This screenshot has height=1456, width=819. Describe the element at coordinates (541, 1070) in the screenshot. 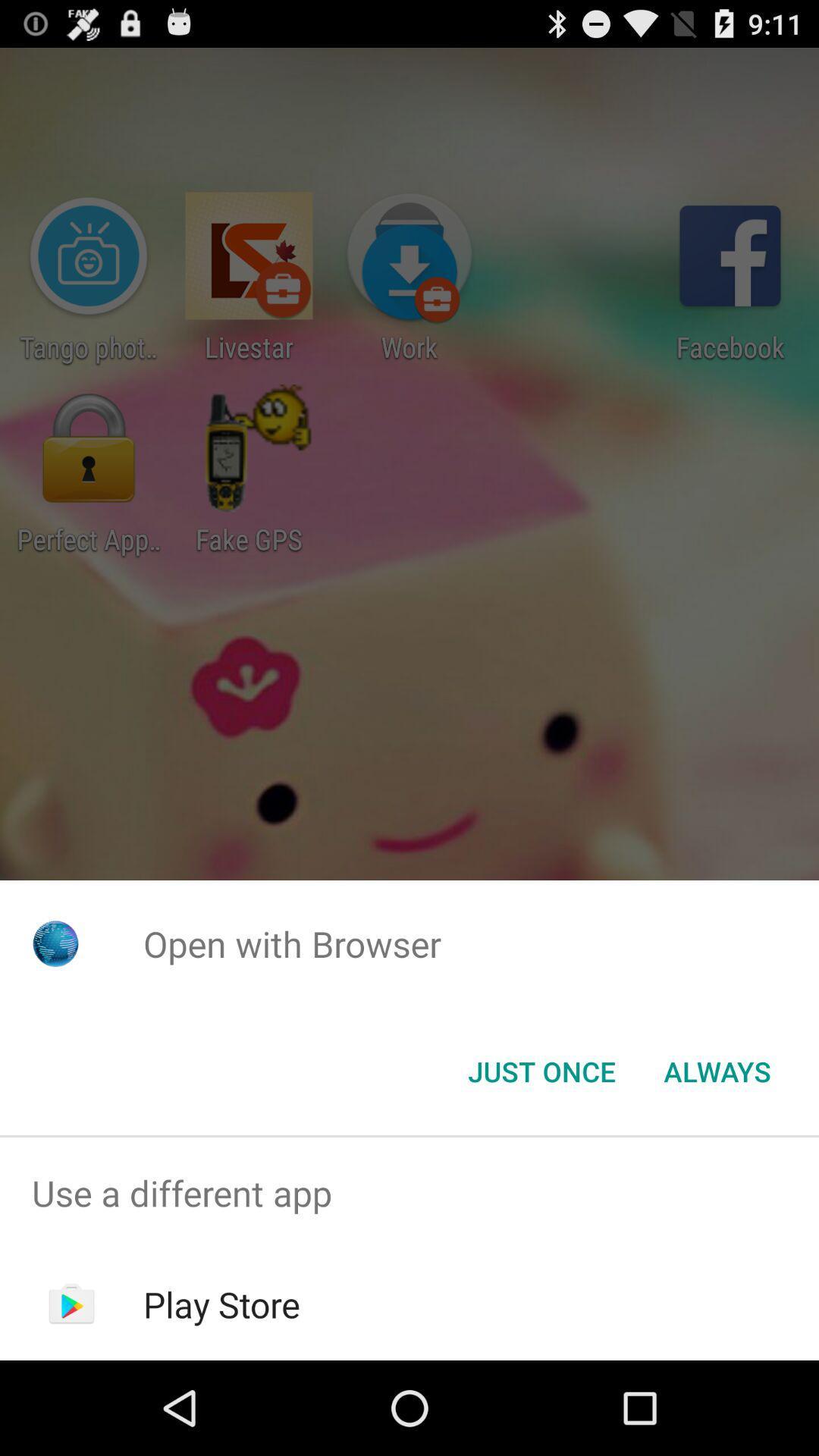

I see `the item next to always item` at that location.